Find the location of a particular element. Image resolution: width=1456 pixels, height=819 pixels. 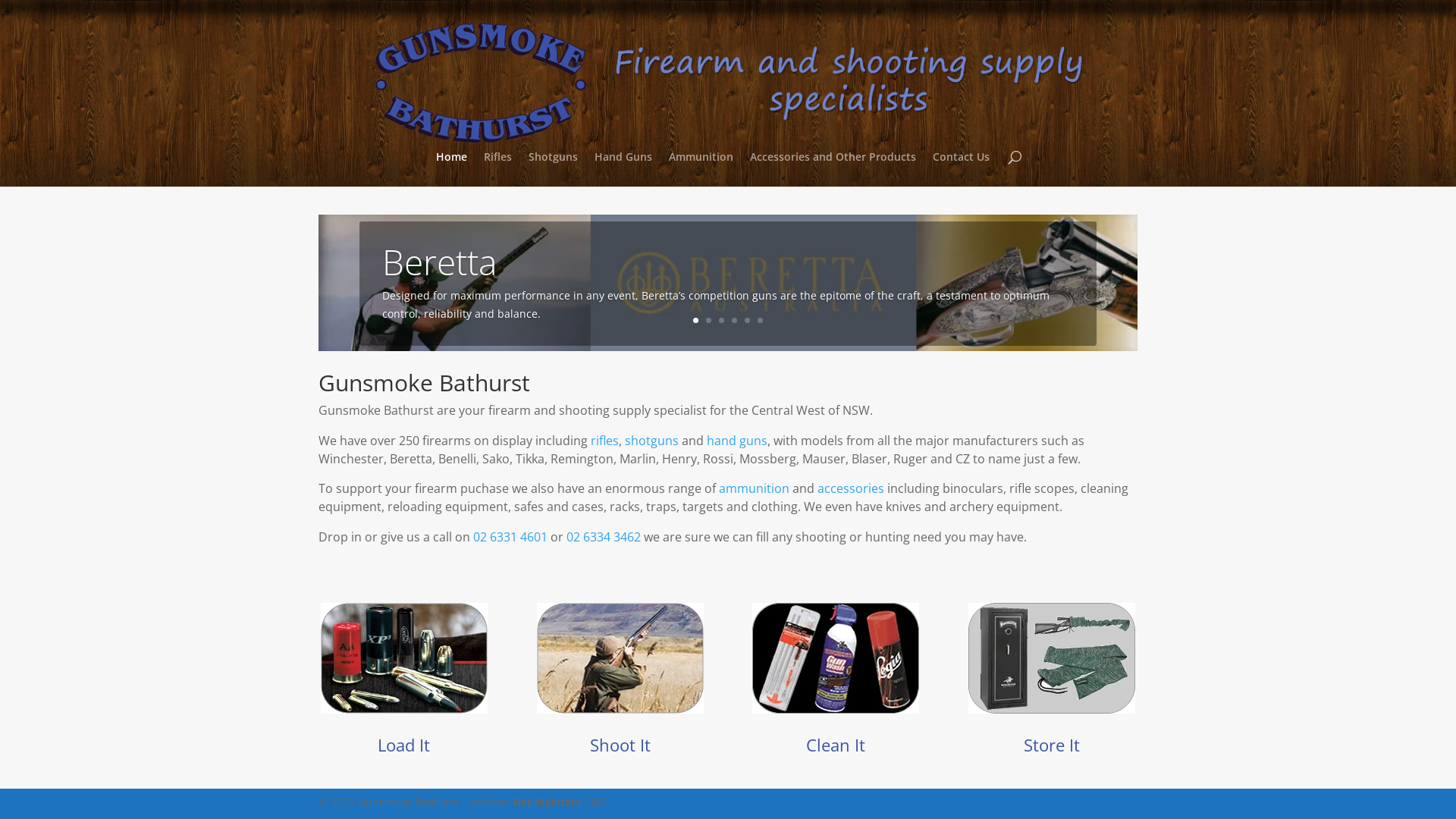

'hand guns' is located at coordinates (736, 441).